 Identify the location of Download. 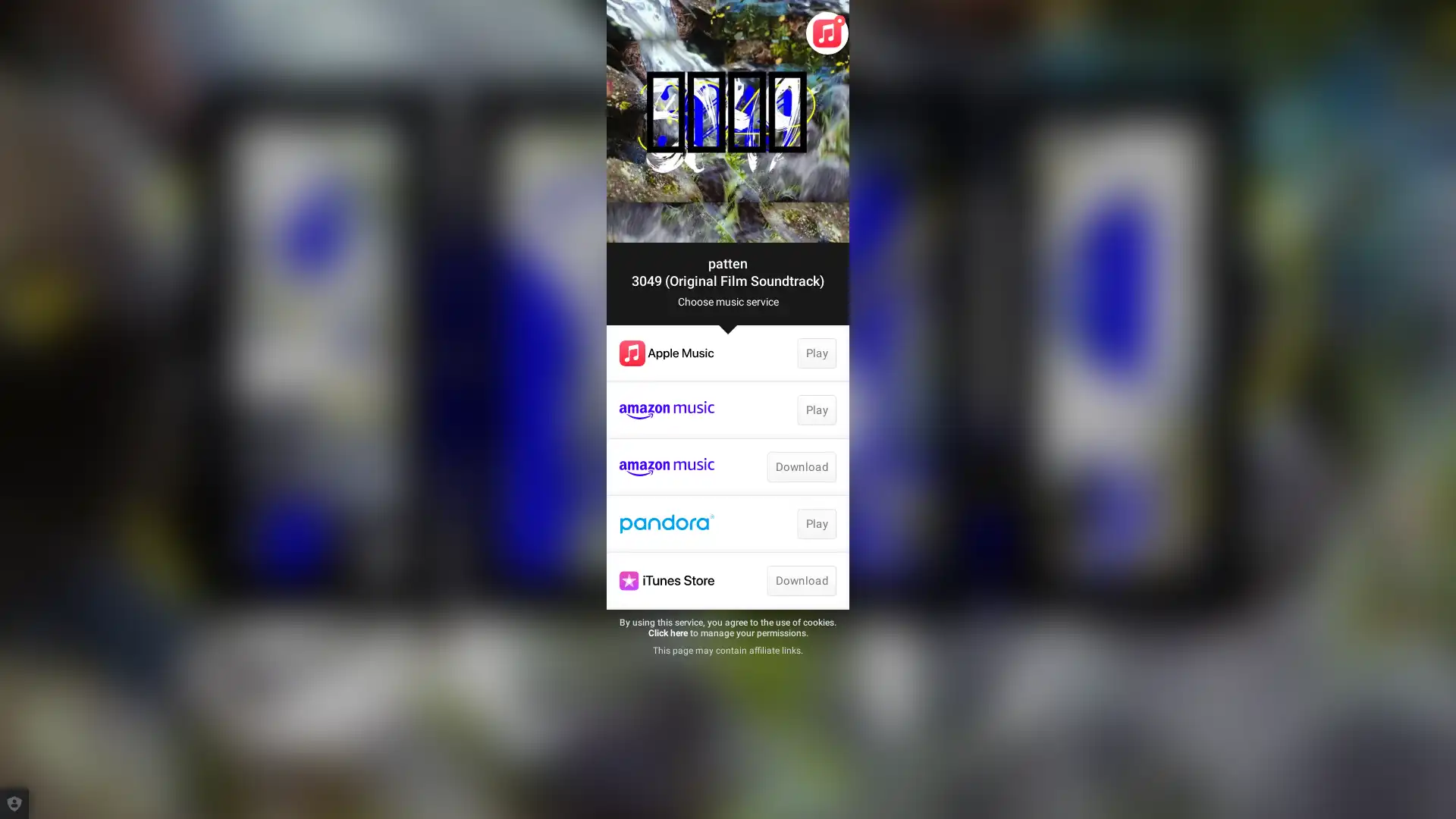
(800, 580).